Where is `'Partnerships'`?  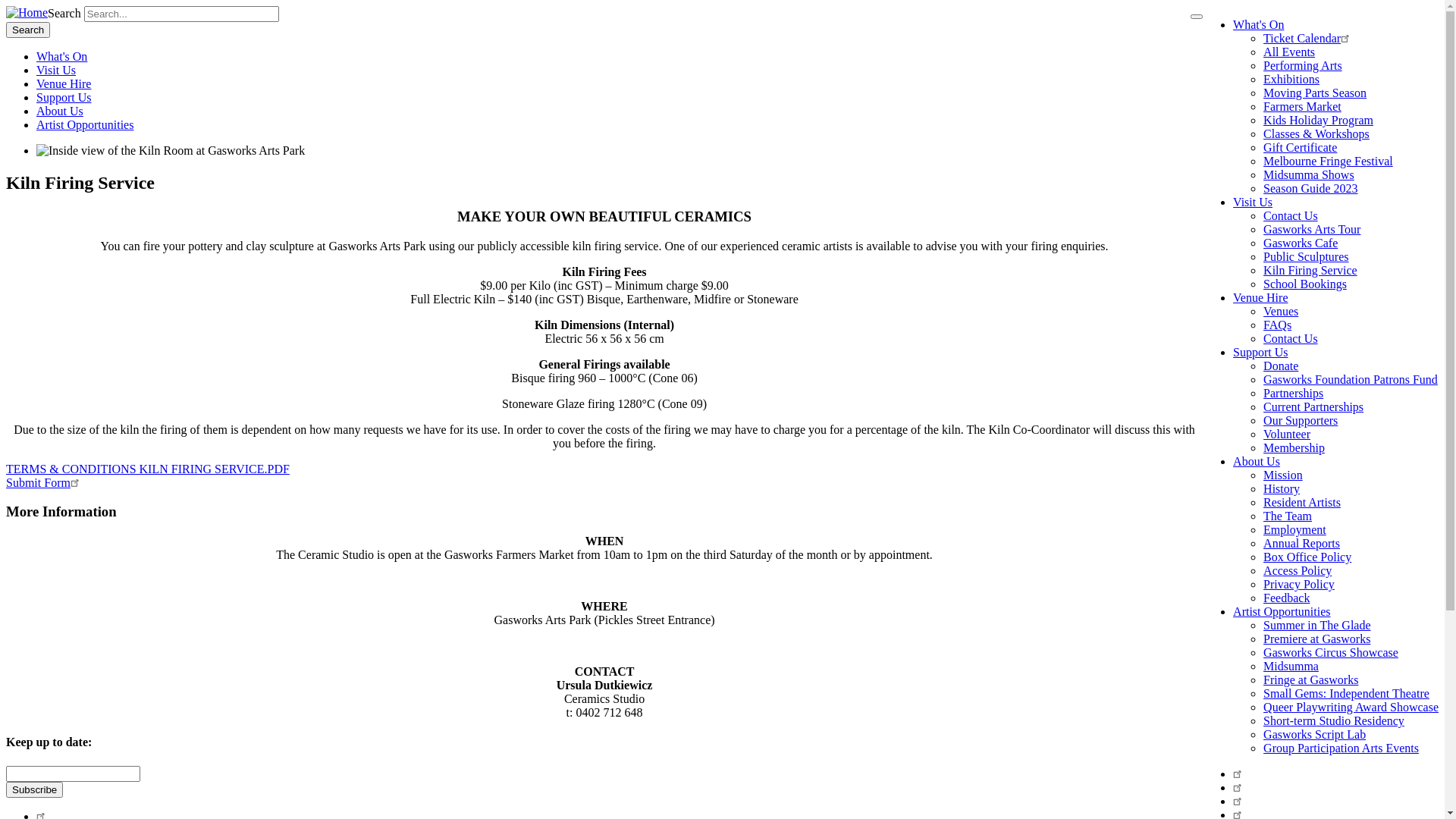
'Partnerships' is located at coordinates (1292, 392).